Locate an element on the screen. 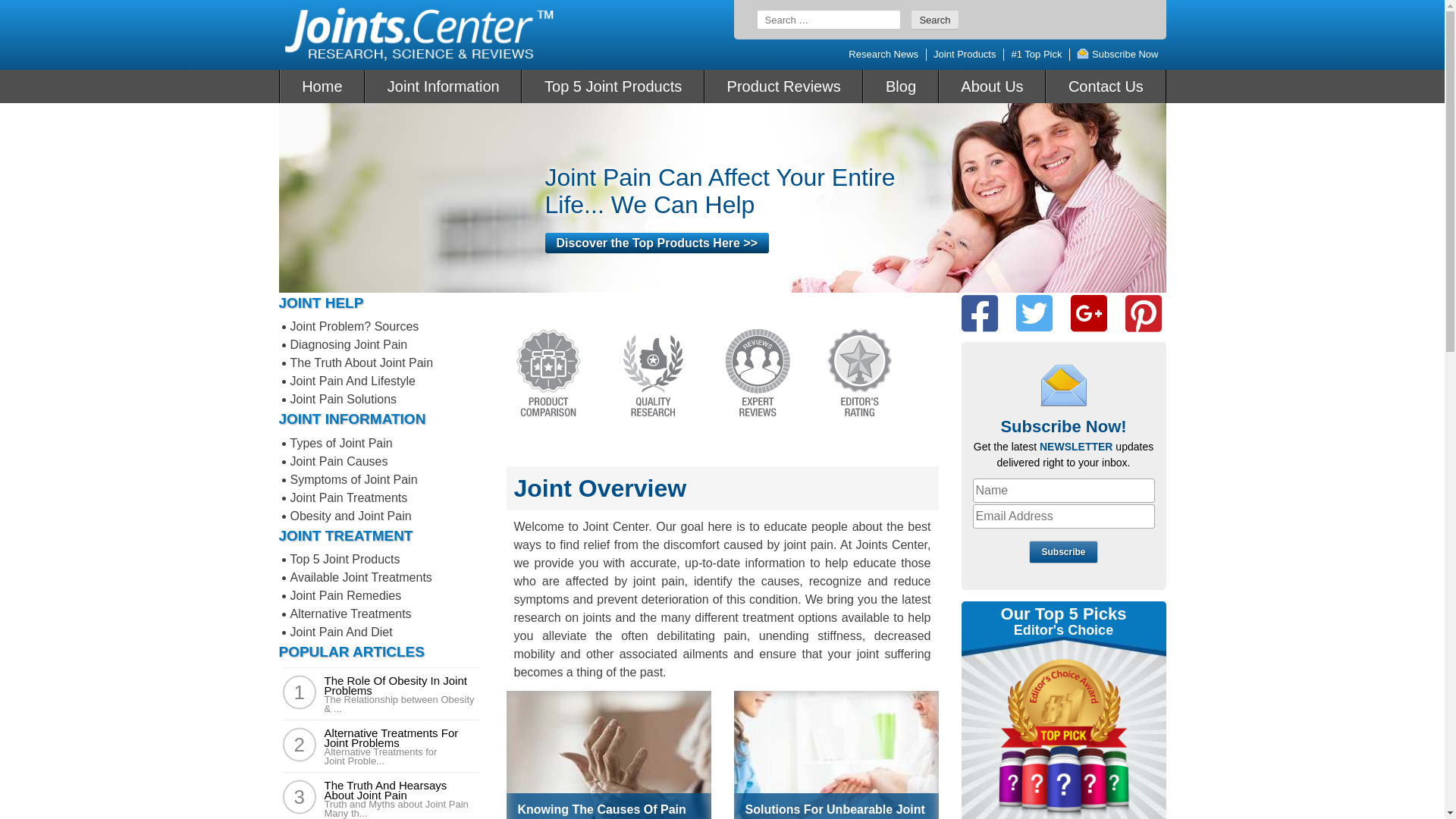  'Search' is located at coordinates (910, 20).